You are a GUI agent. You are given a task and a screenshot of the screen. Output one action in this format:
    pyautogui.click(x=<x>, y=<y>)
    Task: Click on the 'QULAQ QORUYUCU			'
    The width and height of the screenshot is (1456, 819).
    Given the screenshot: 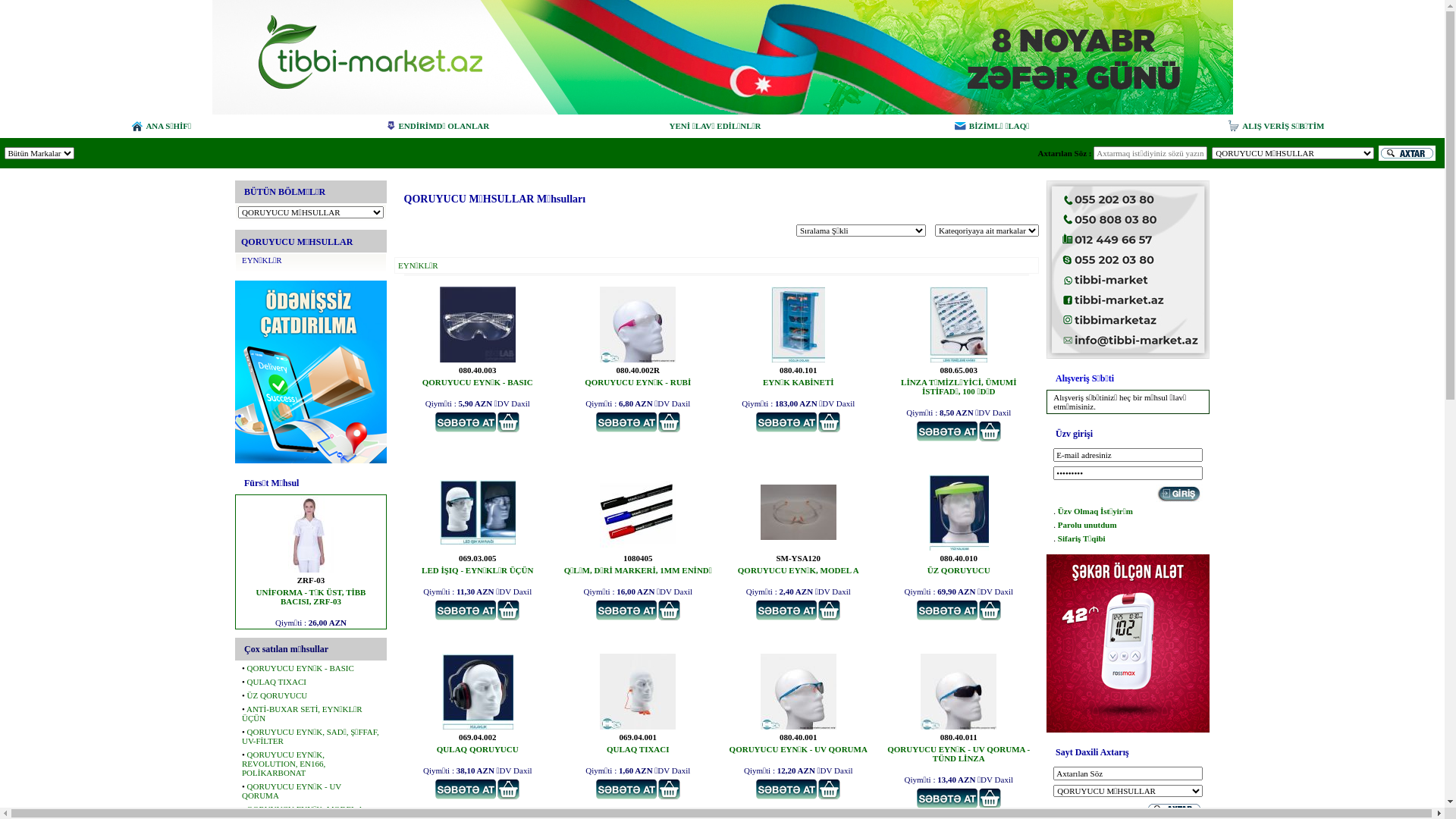 What is the action you would take?
    pyautogui.click(x=476, y=725)
    